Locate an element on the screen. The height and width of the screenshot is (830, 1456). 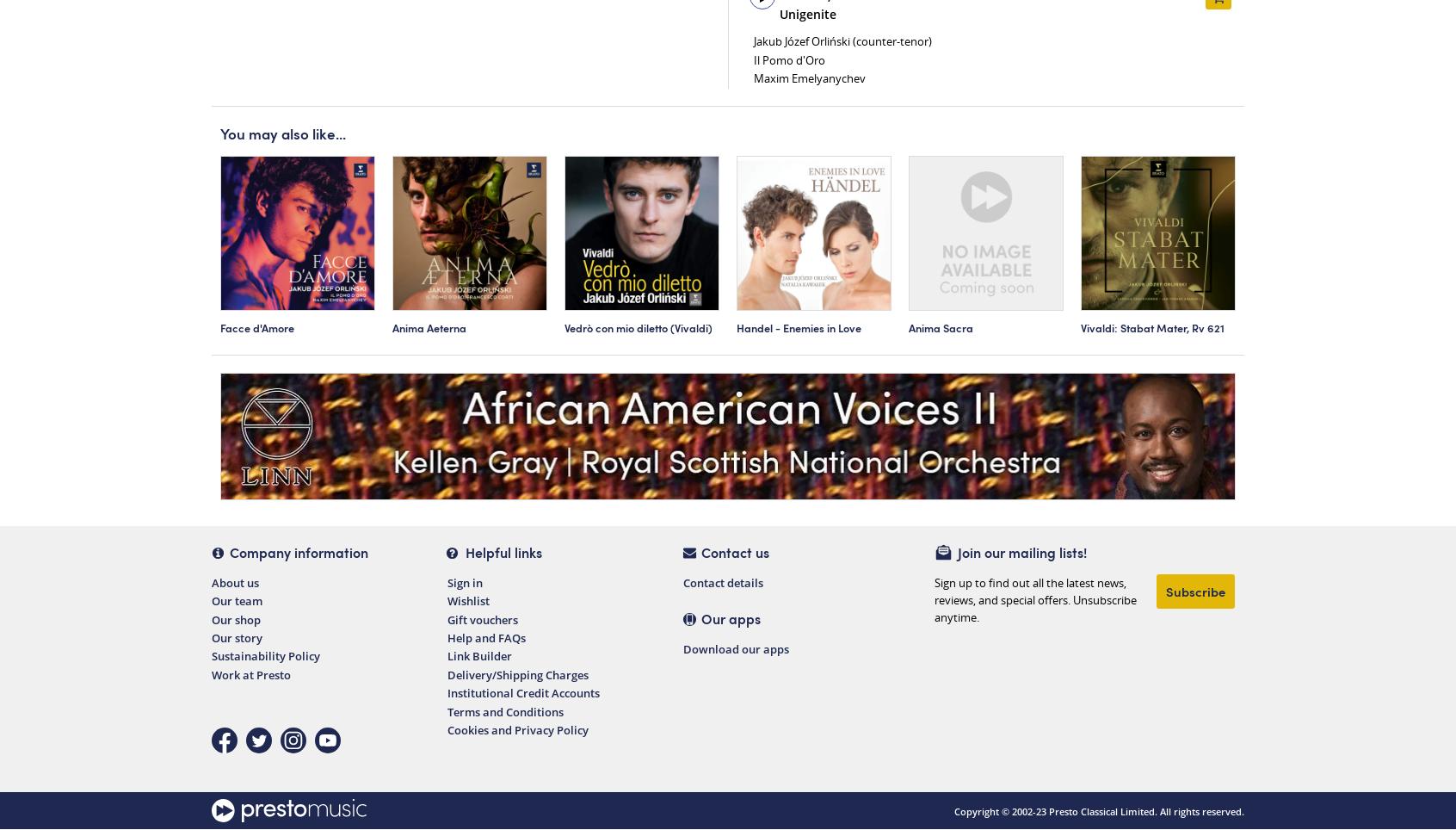
'Il Pomo d'Oro' is located at coordinates (788, 59).